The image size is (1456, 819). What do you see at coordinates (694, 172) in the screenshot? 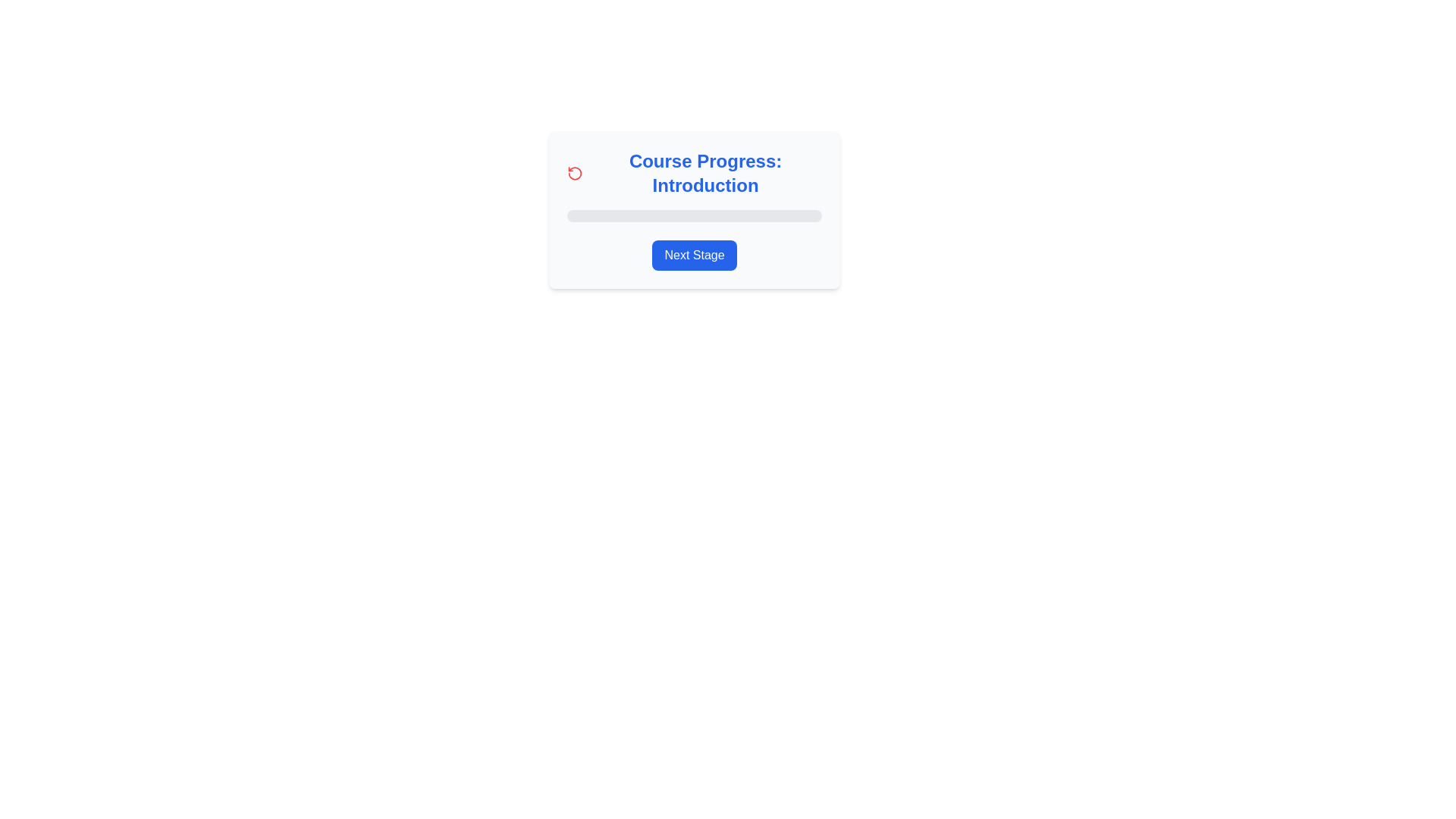
I see `the main title Text element that describes the current stage in the course-related interface, located at the center of the card above the progress bar and 'Next Stage' button` at bounding box center [694, 172].